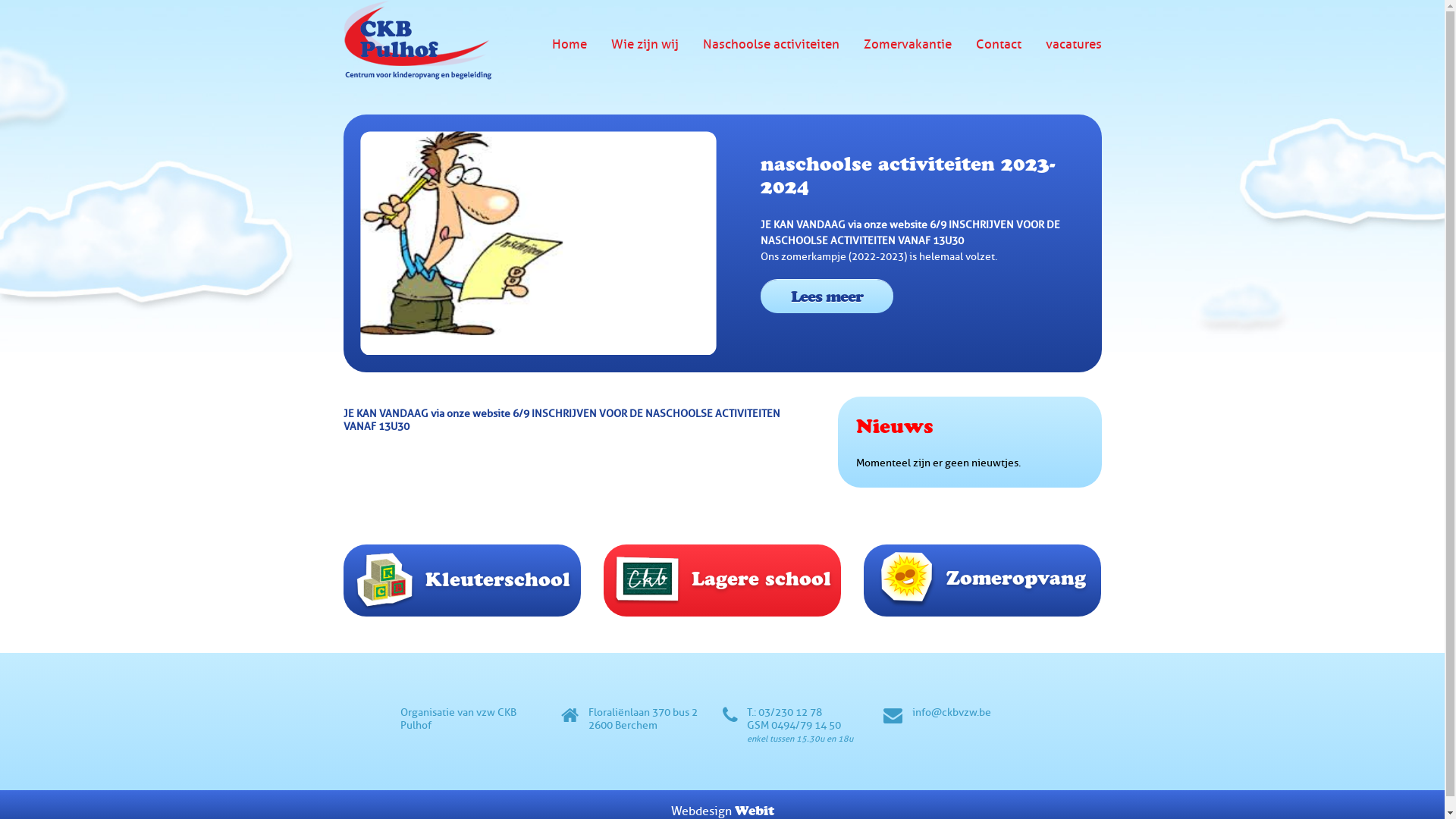 The image size is (1456, 819). I want to click on 'Zomeropvang', so click(982, 578).